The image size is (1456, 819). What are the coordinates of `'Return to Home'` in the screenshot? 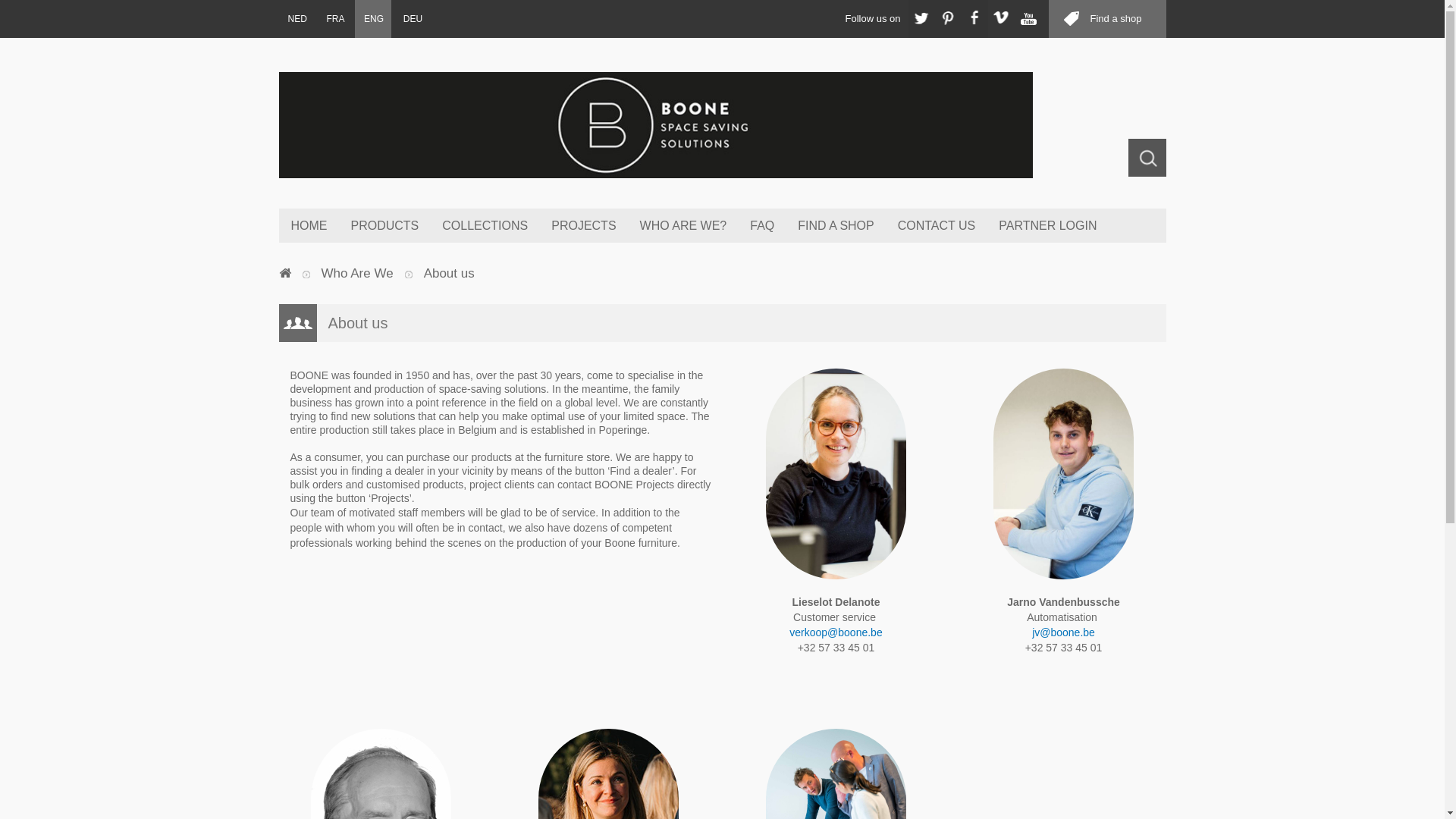 It's located at (284, 274).